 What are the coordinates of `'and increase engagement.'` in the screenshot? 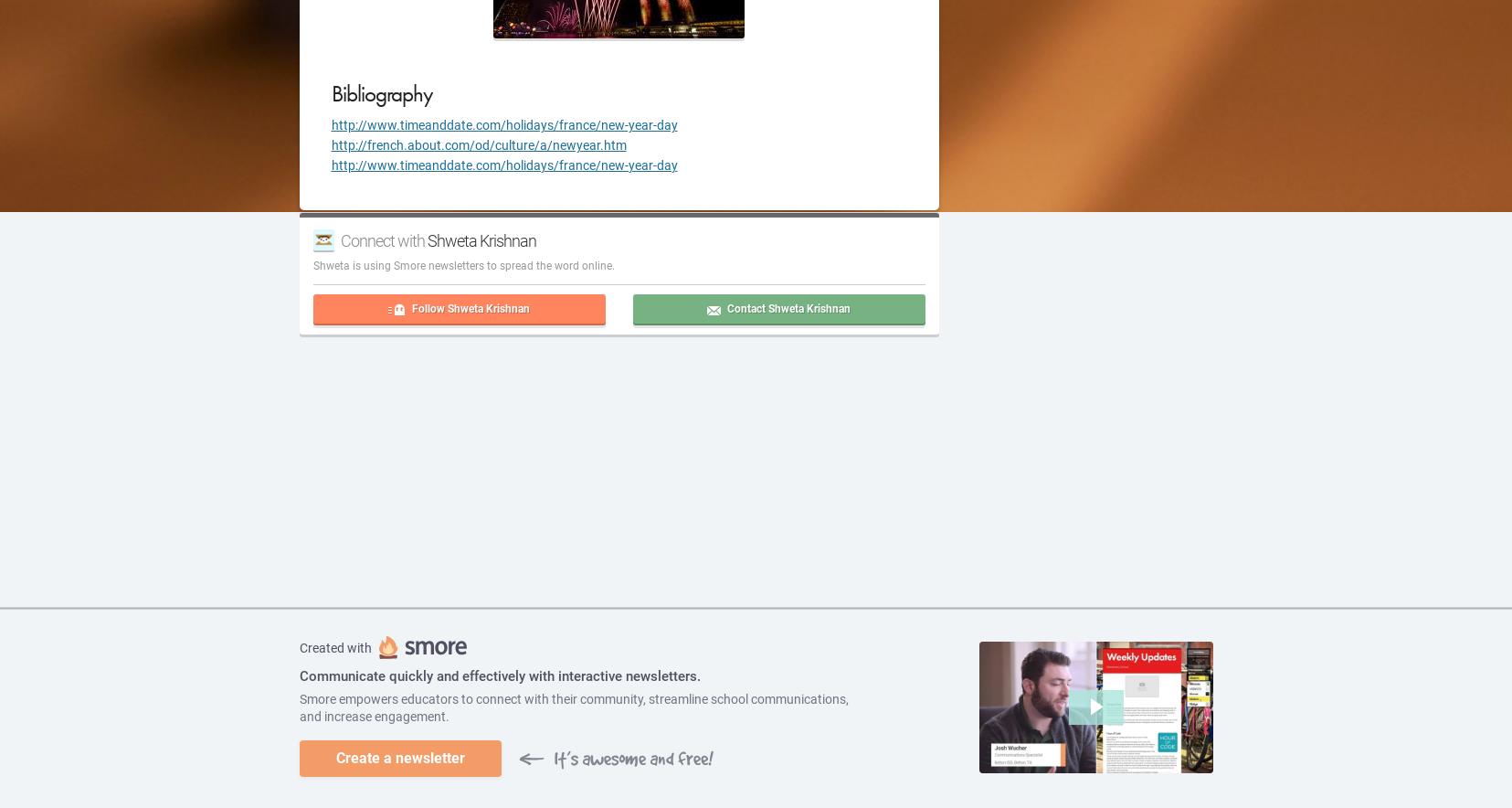 It's located at (373, 714).